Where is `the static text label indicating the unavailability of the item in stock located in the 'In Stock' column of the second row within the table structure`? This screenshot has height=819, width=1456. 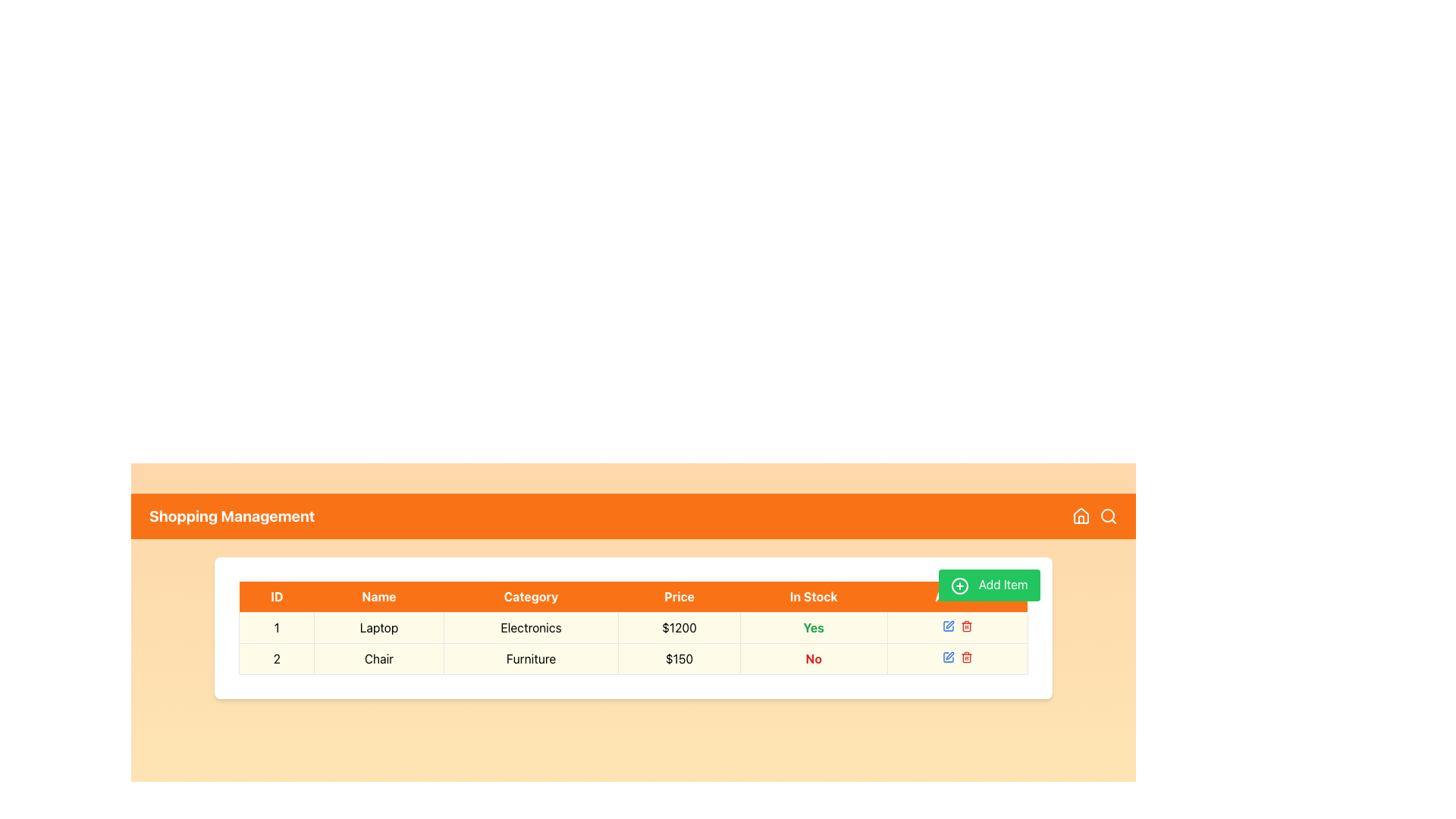 the static text label indicating the unavailability of the item in stock located in the 'In Stock' column of the second row within the table structure is located at coordinates (813, 657).